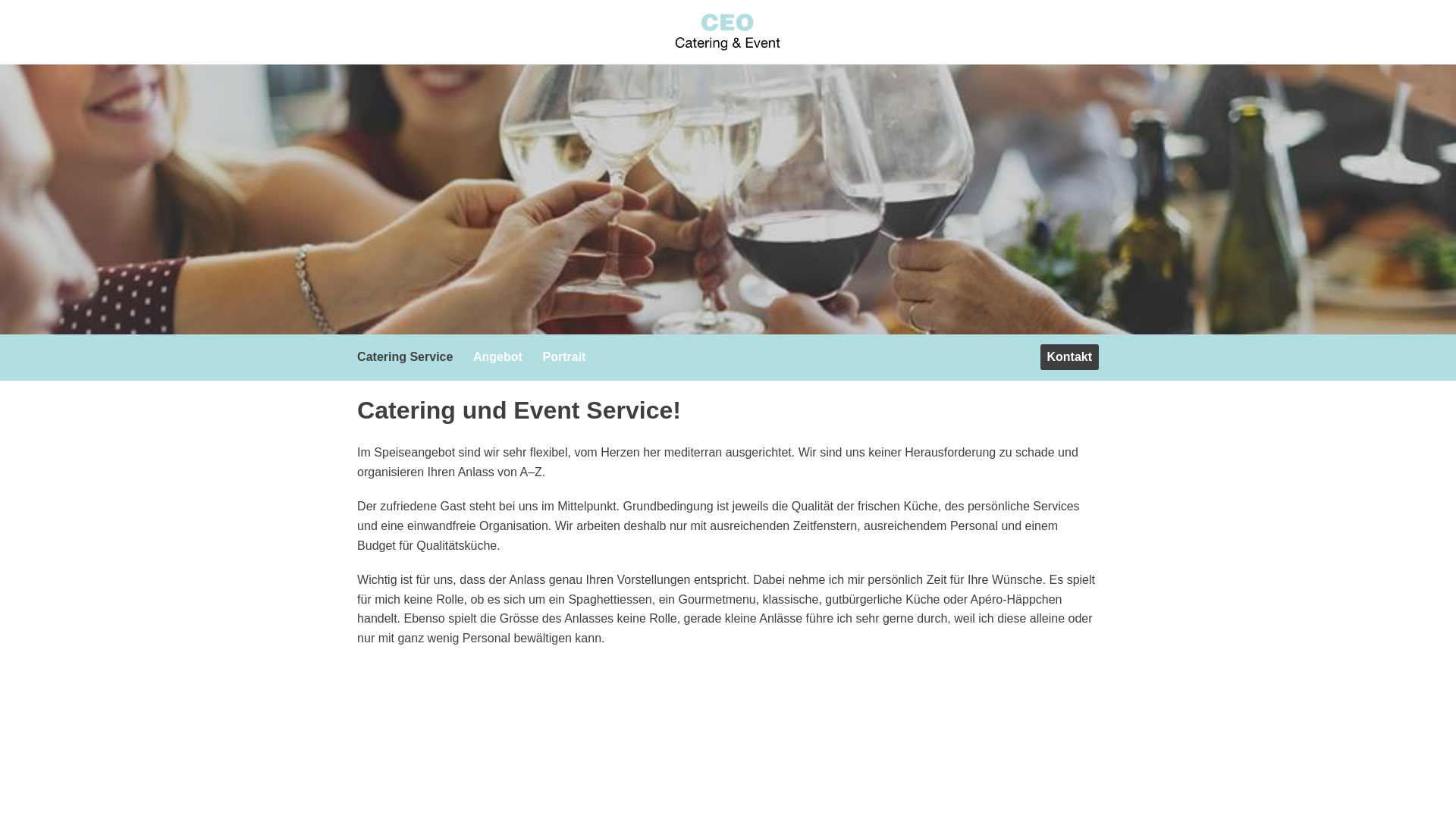 The width and height of the screenshot is (1456, 819). I want to click on 'Startseite', so click(728, 32).